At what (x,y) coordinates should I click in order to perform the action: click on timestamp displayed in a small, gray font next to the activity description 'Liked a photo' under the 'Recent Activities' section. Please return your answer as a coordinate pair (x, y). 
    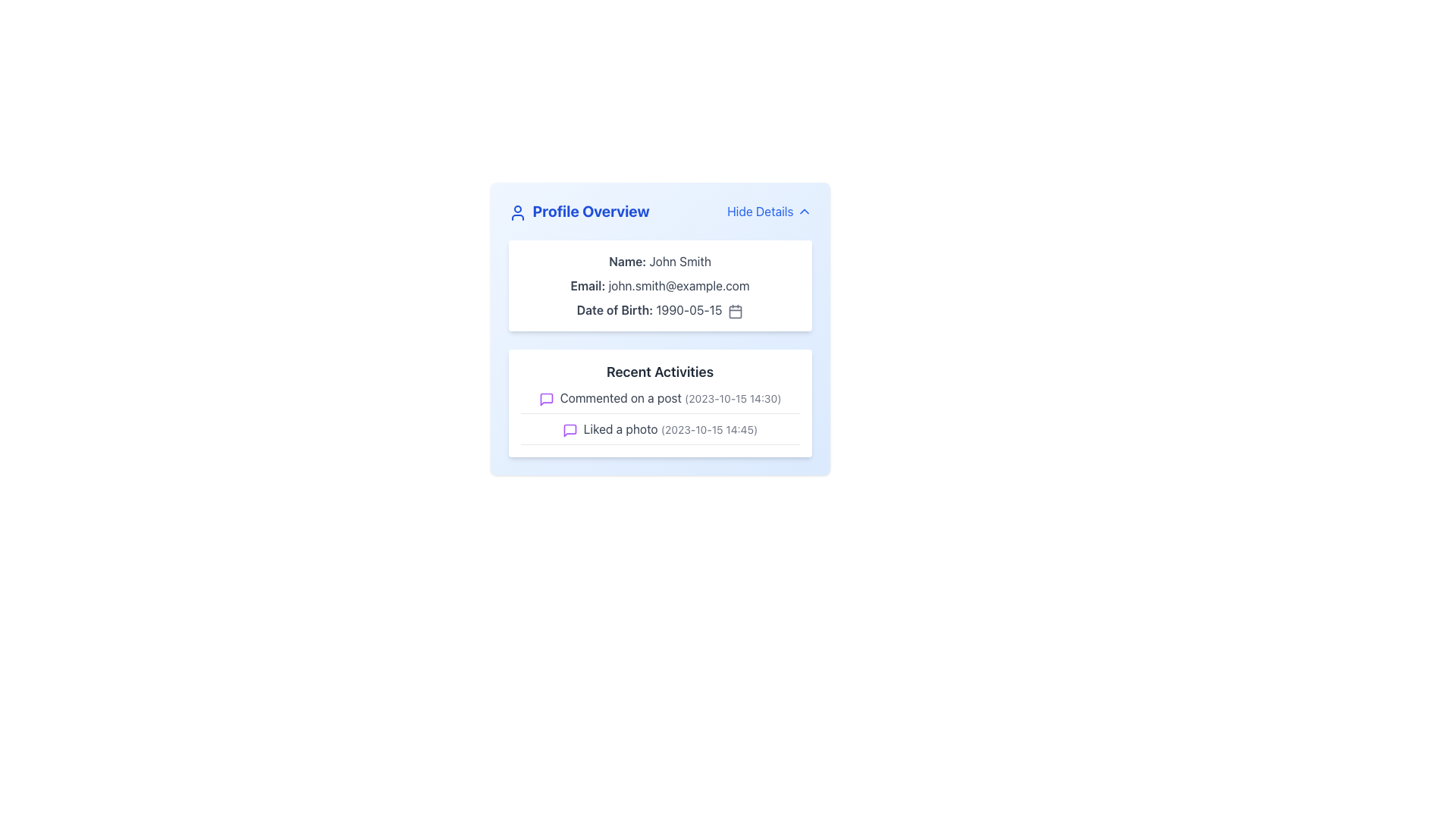
    Looking at the image, I should click on (708, 429).